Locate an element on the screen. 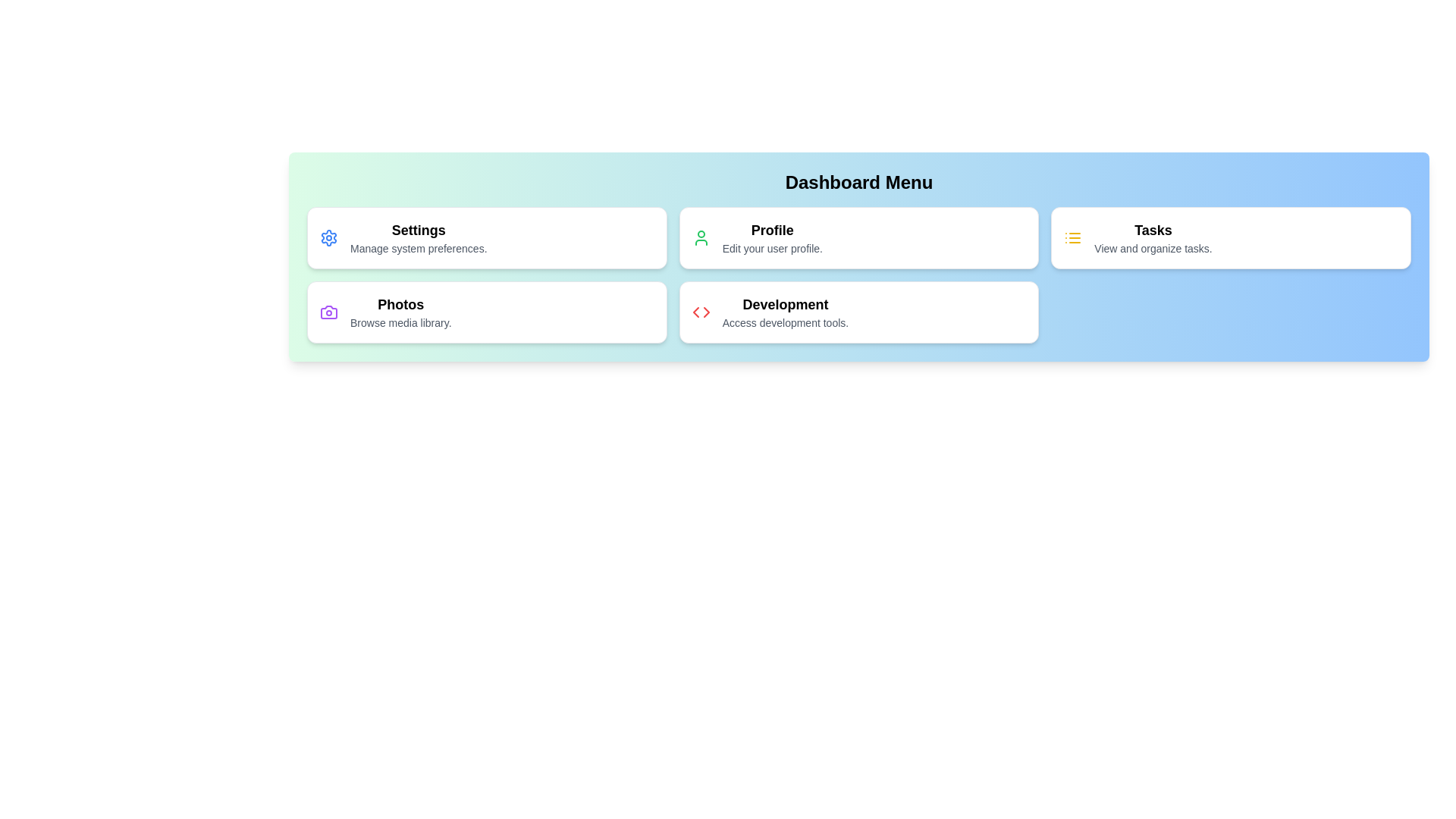 Image resolution: width=1456 pixels, height=819 pixels. the menu item corresponding to Settings is located at coordinates (487, 237).